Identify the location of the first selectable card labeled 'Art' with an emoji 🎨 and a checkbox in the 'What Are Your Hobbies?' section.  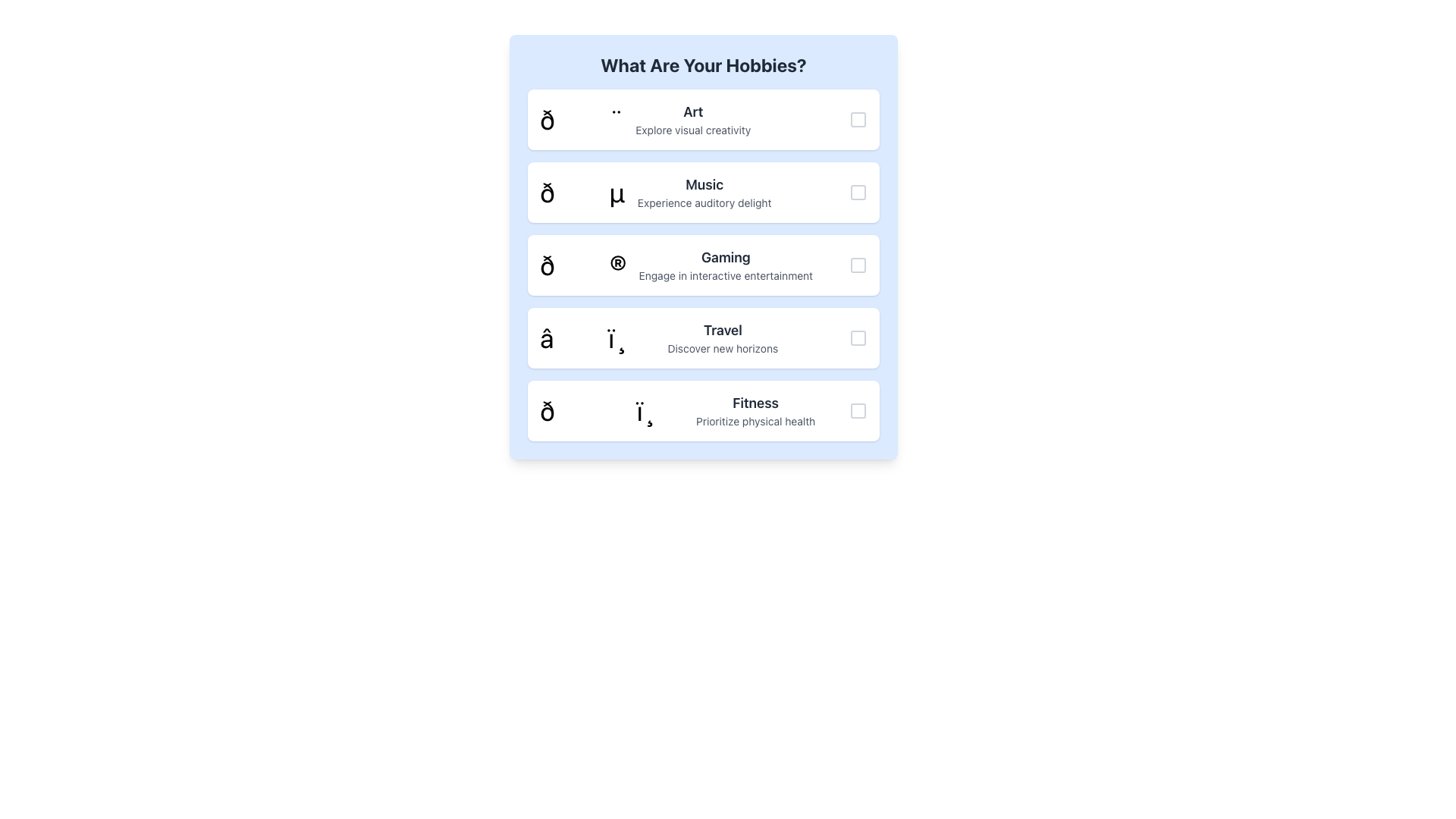
(702, 119).